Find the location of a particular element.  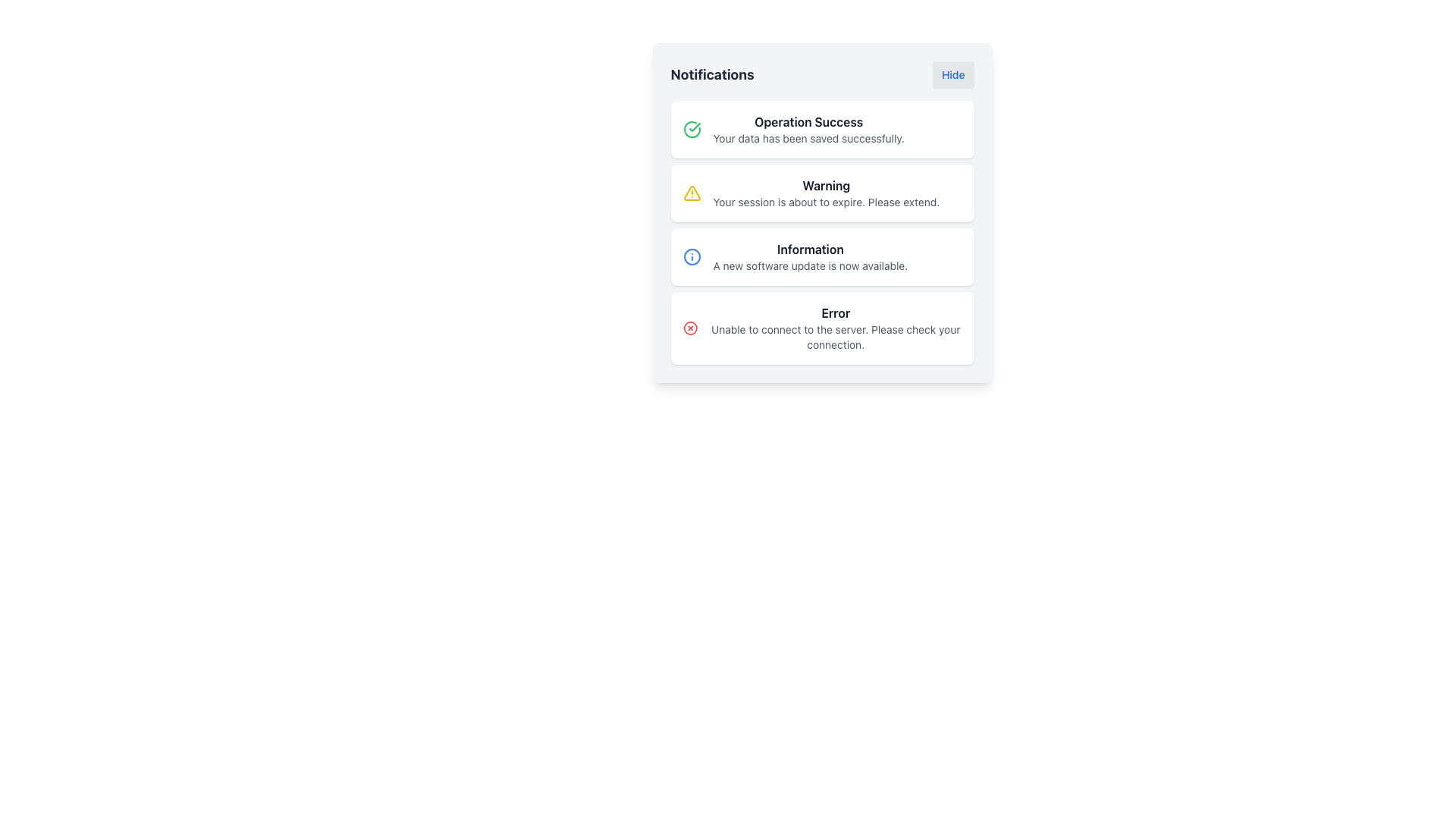

message displayed in the notification card that states 'Your data has been saved successfully.' located under the headline 'Operation Success' is located at coordinates (808, 138).